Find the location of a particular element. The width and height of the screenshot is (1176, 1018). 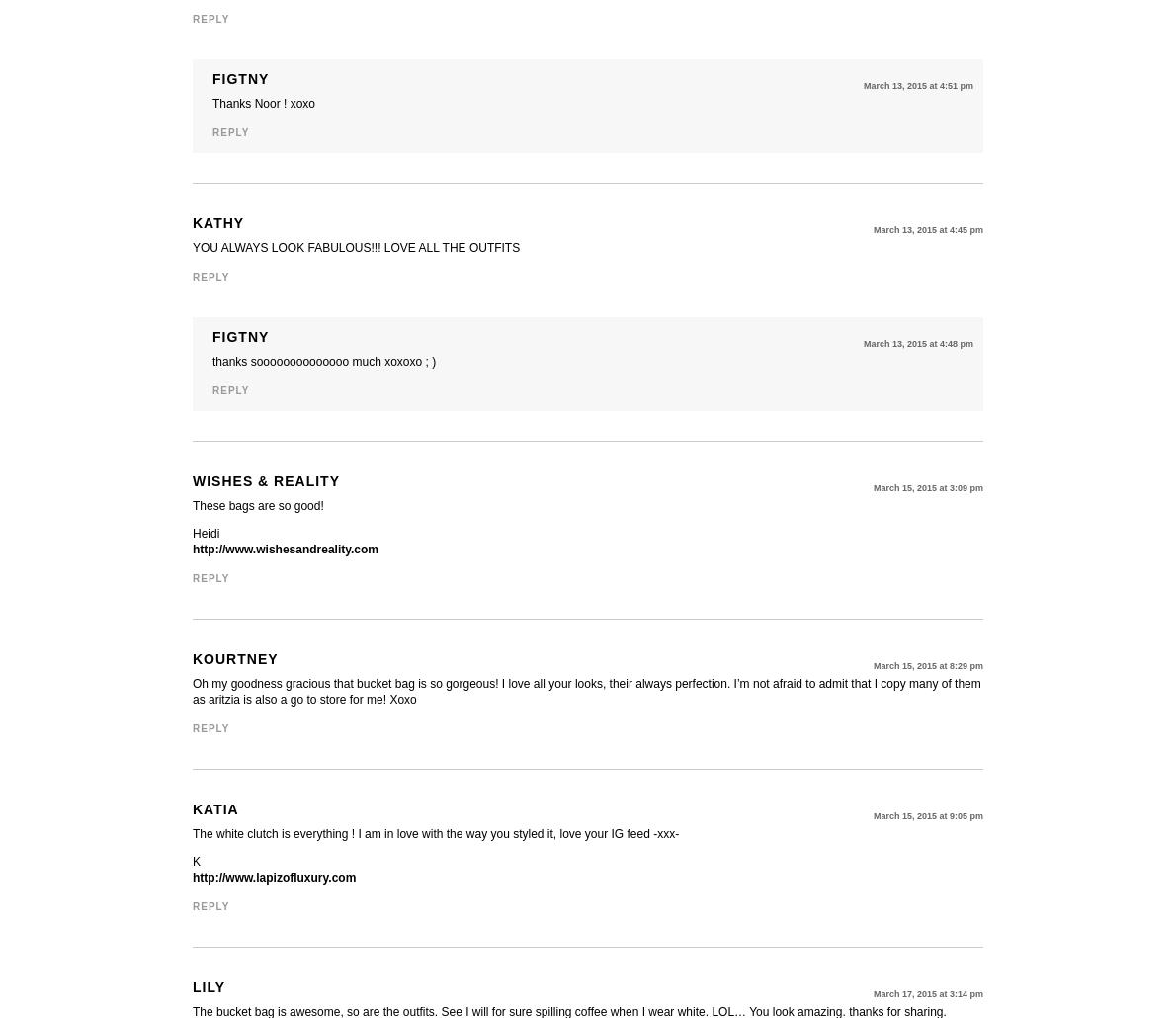

'http://www.lapizofluxury.com' is located at coordinates (192, 877).